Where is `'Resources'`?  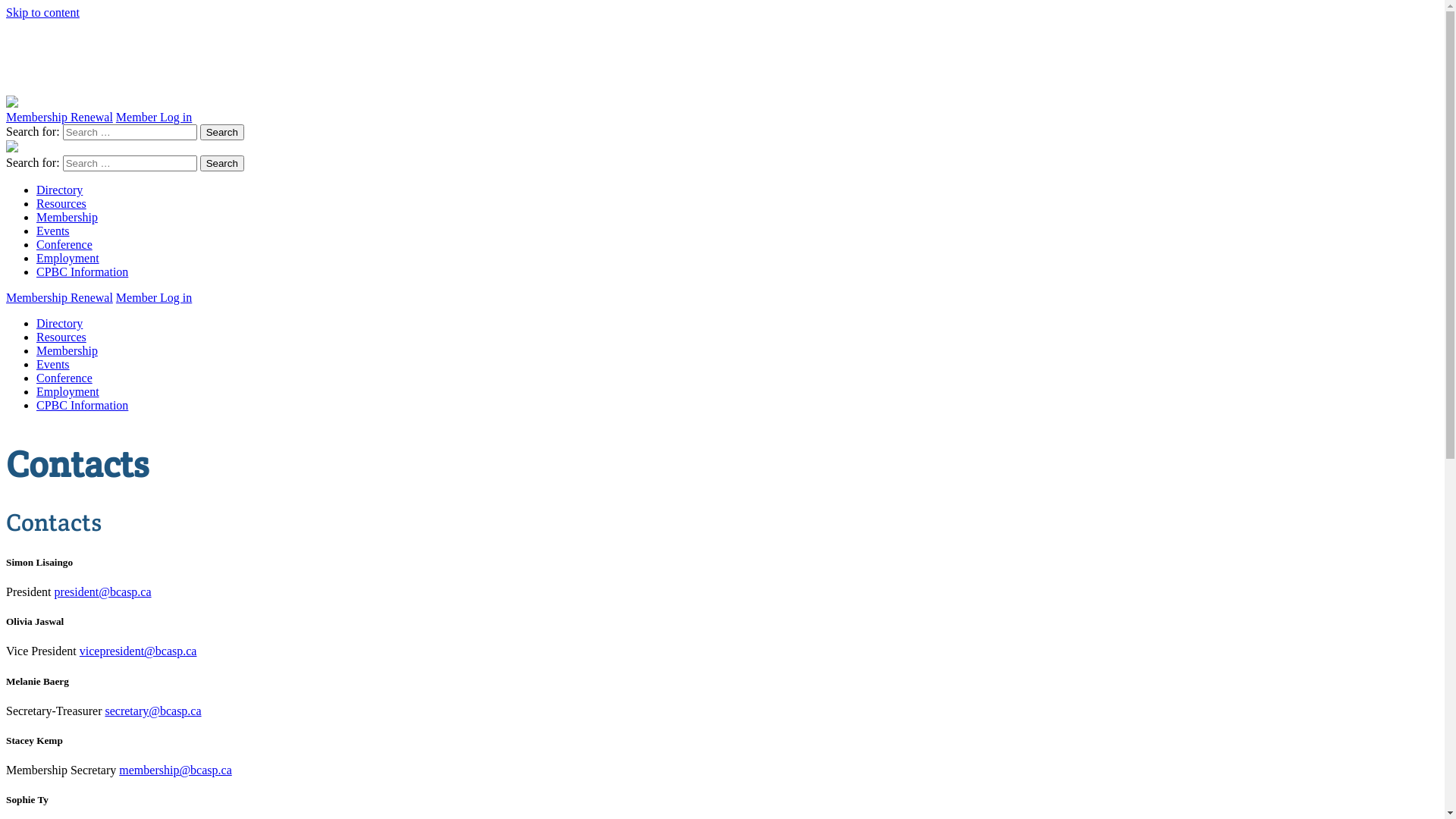 'Resources' is located at coordinates (61, 202).